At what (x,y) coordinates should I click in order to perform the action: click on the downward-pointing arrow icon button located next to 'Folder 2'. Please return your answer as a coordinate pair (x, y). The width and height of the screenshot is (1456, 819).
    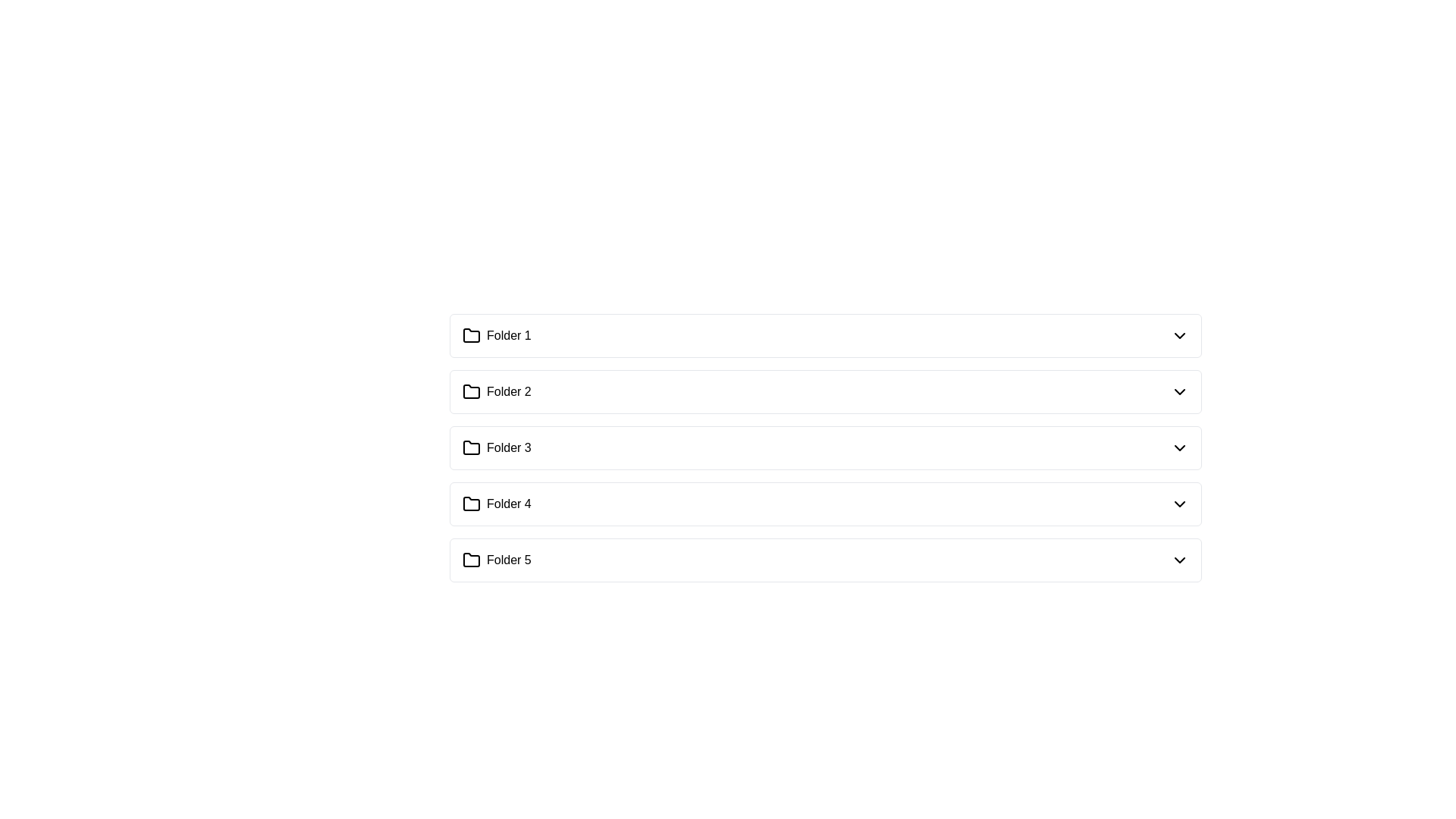
    Looking at the image, I should click on (1178, 391).